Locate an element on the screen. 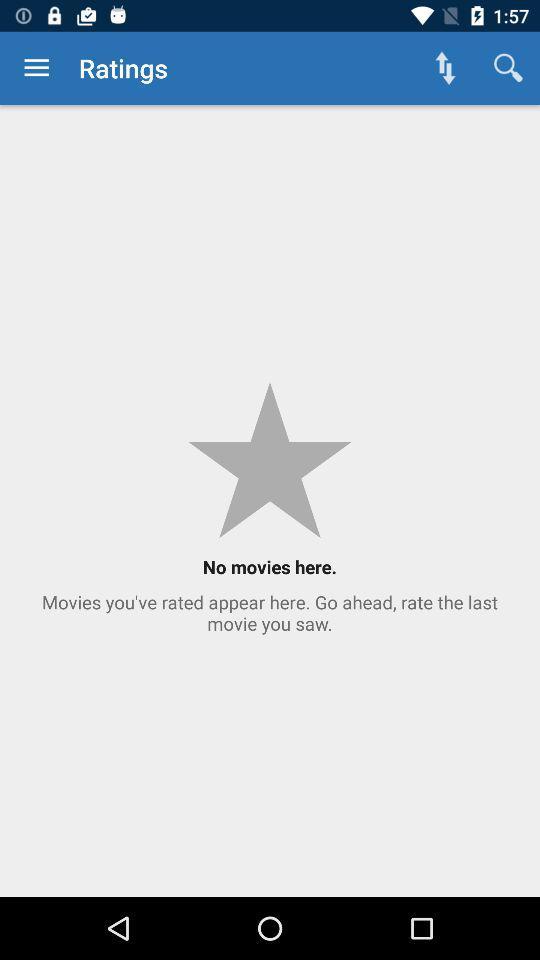 The width and height of the screenshot is (540, 960). icon to the right of ratings icon is located at coordinates (445, 68).